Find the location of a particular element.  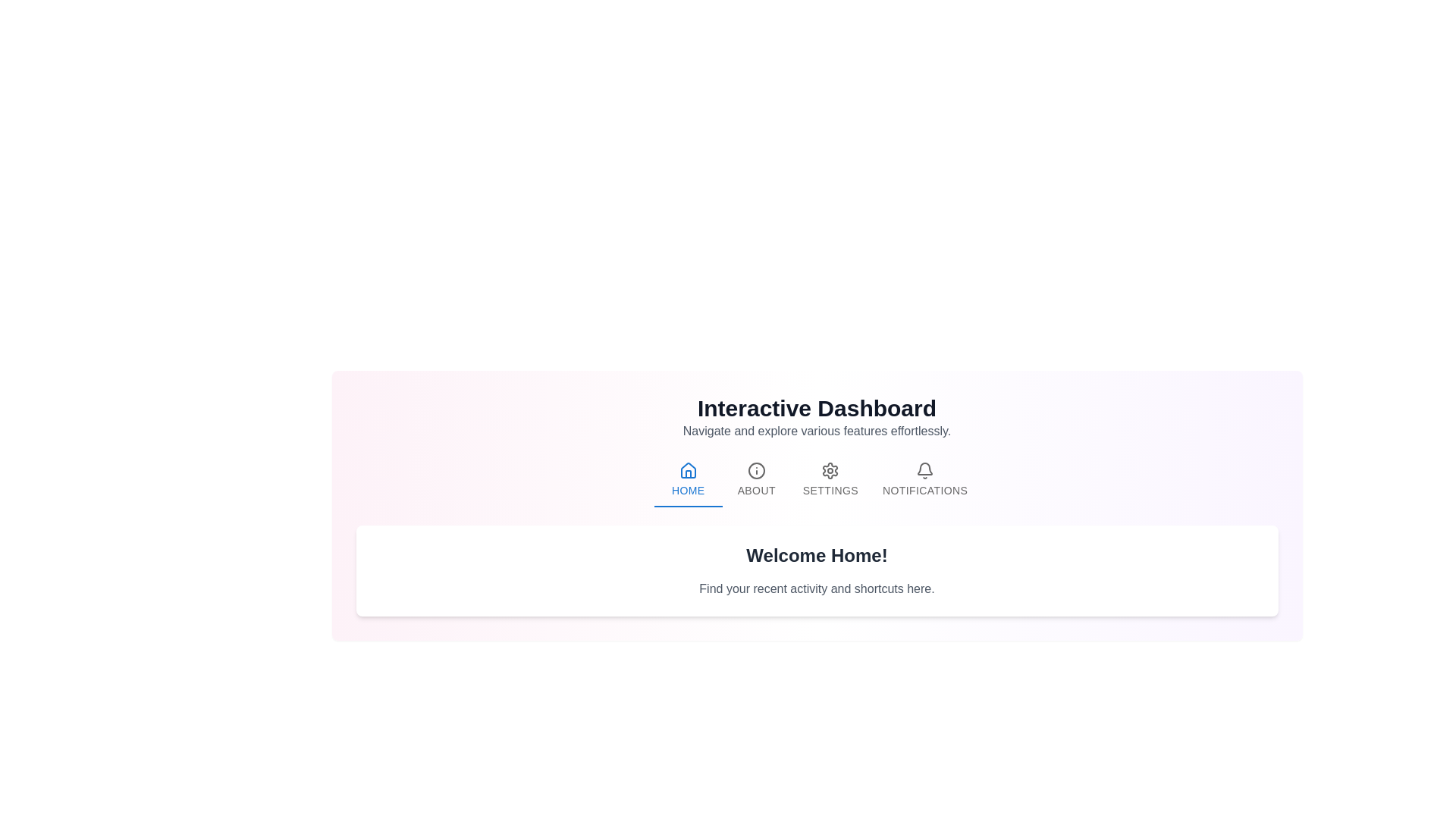

the visual indicator that shows the 'HOME' tab is currently selected in the navigation tab bar, located horizontally below the 'HOME' tab is located at coordinates (687, 506).